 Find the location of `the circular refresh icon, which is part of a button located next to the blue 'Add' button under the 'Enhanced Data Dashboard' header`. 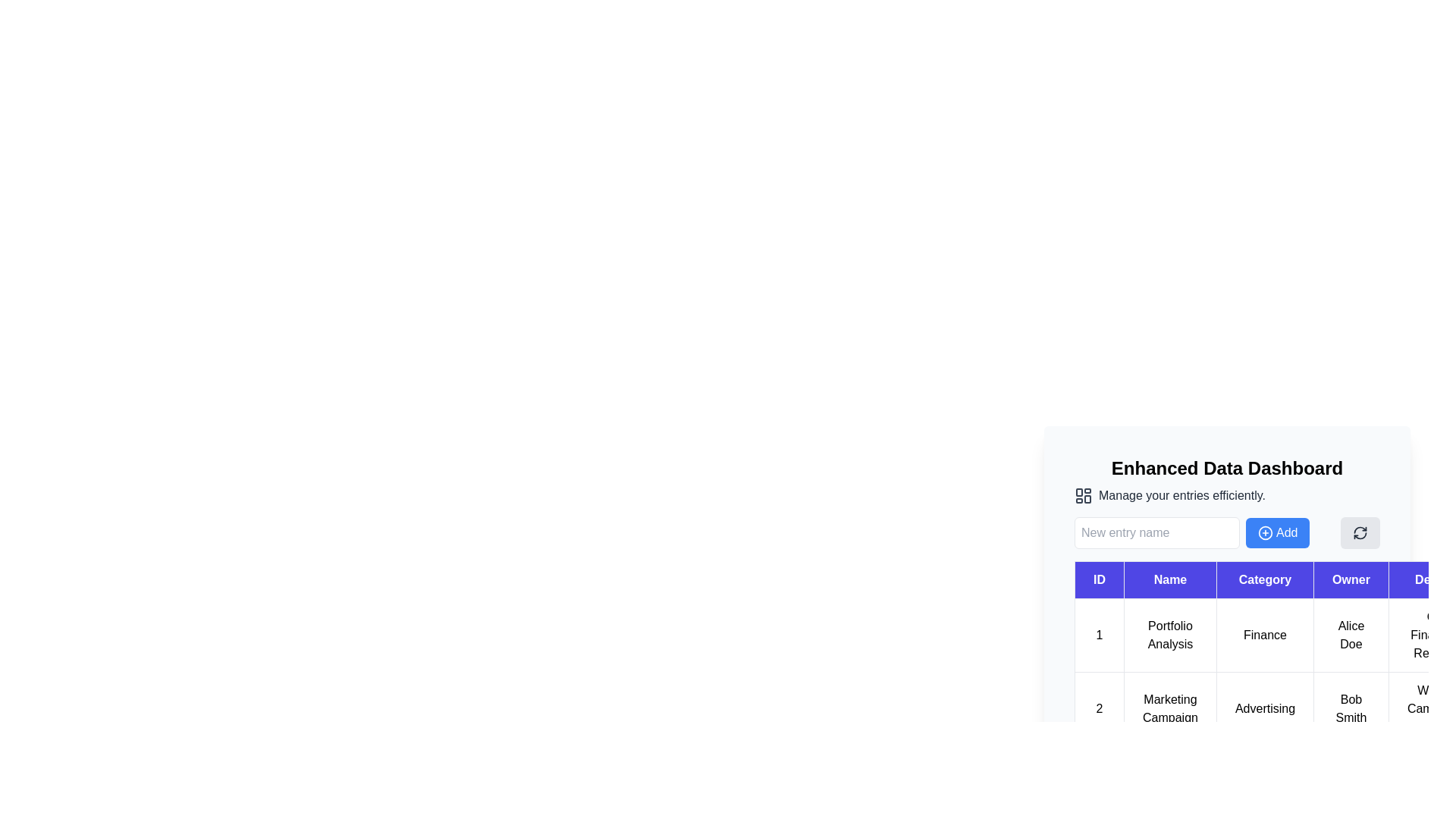

the circular refresh icon, which is part of a button located next to the blue 'Add' button under the 'Enhanced Data Dashboard' header is located at coordinates (1360, 532).